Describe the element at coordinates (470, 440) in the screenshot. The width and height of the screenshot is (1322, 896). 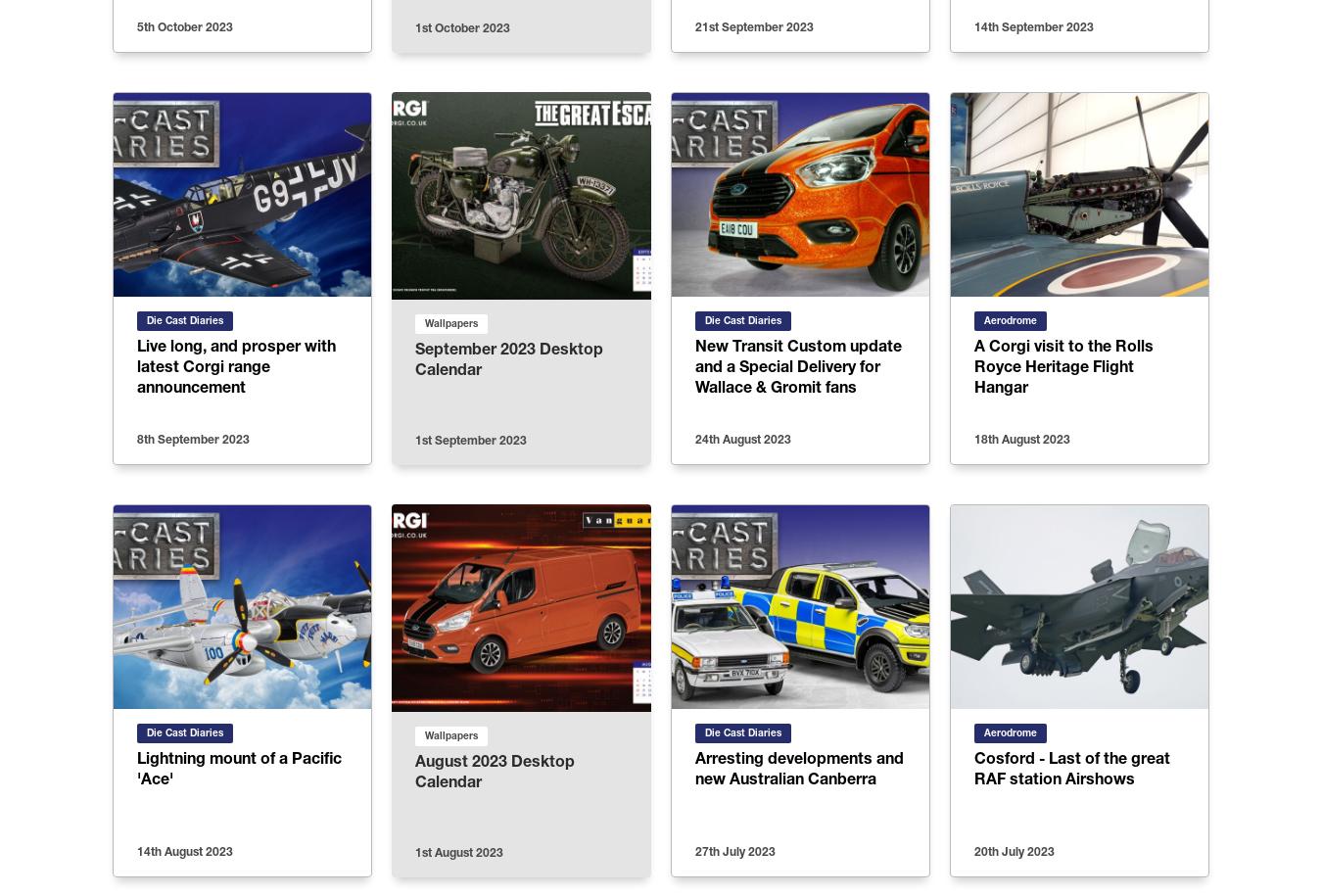
I see `'1st September 2023'` at that location.